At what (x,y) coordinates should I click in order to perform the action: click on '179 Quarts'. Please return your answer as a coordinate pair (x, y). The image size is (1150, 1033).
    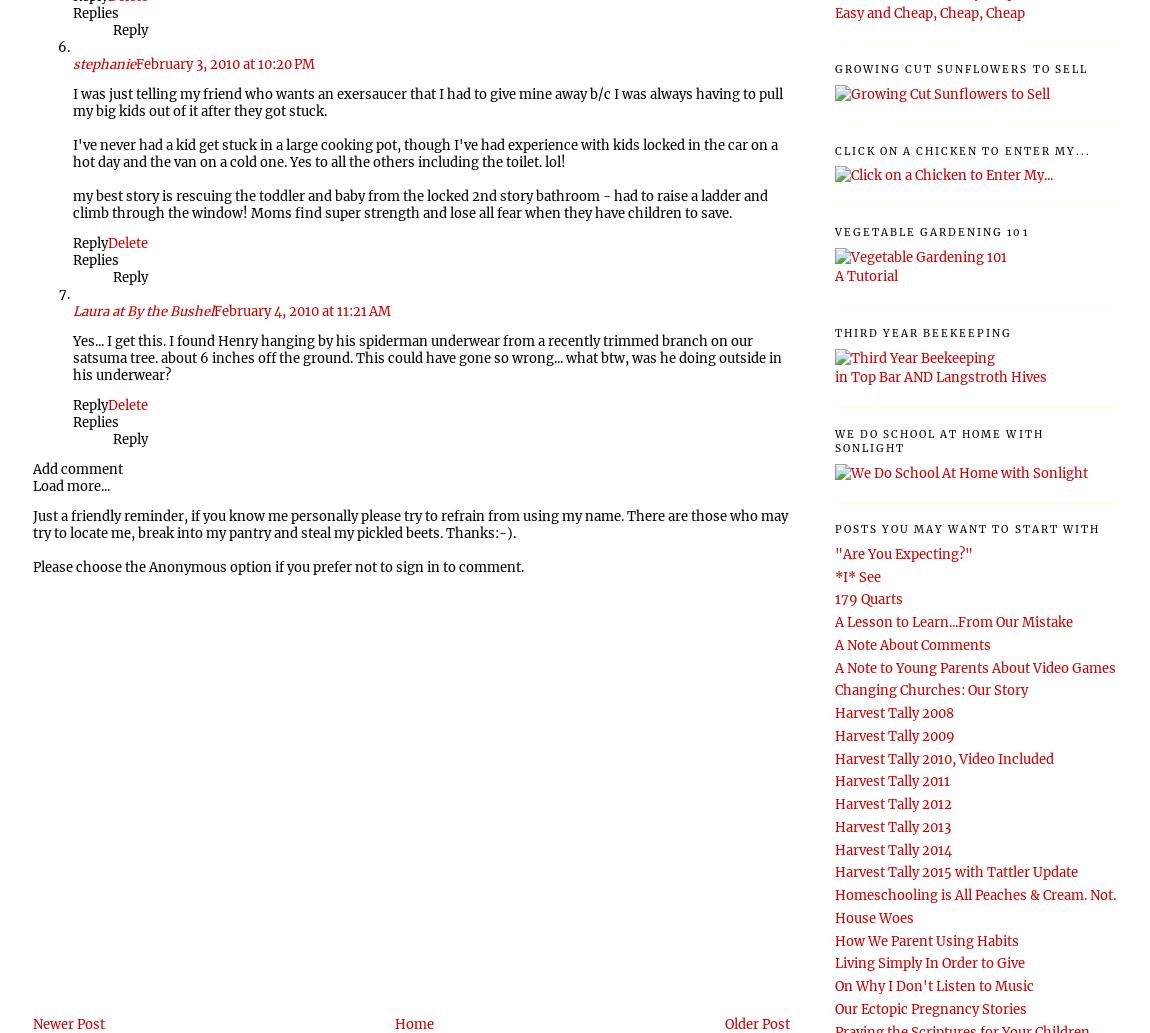
    Looking at the image, I should click on (868, 598).